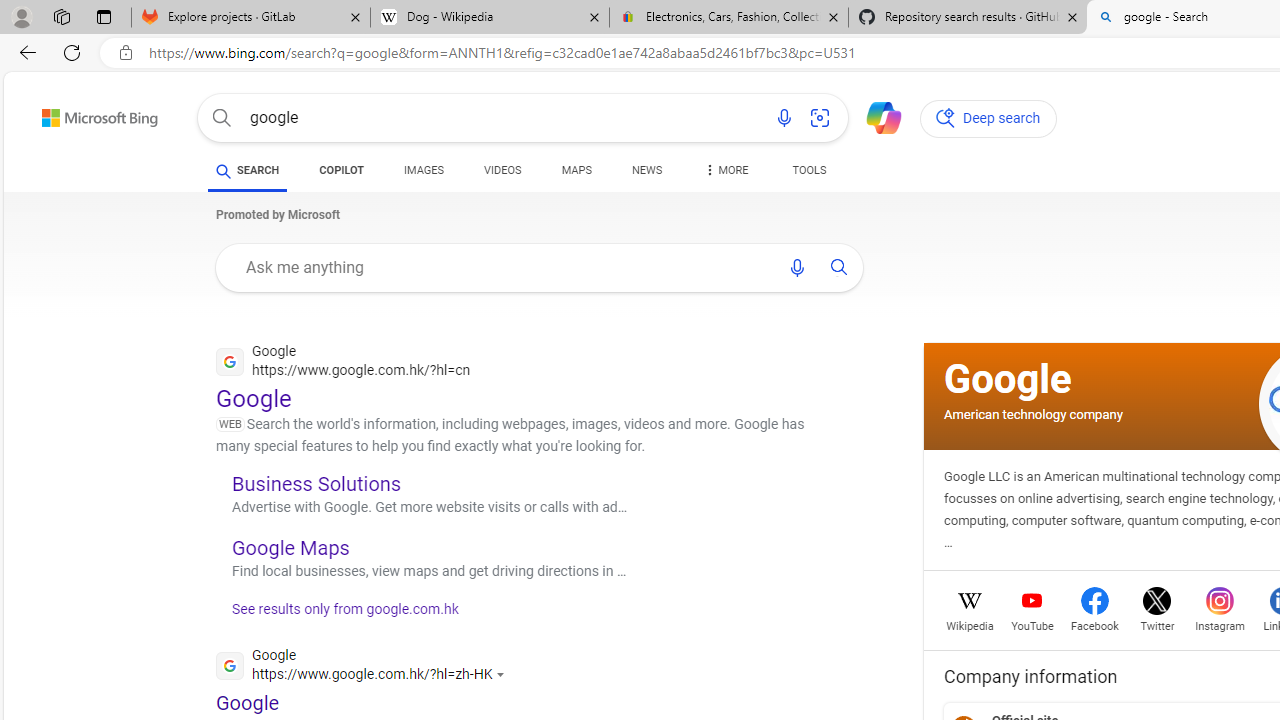  I want to click on 'Actions for this site', so click(503, 674).